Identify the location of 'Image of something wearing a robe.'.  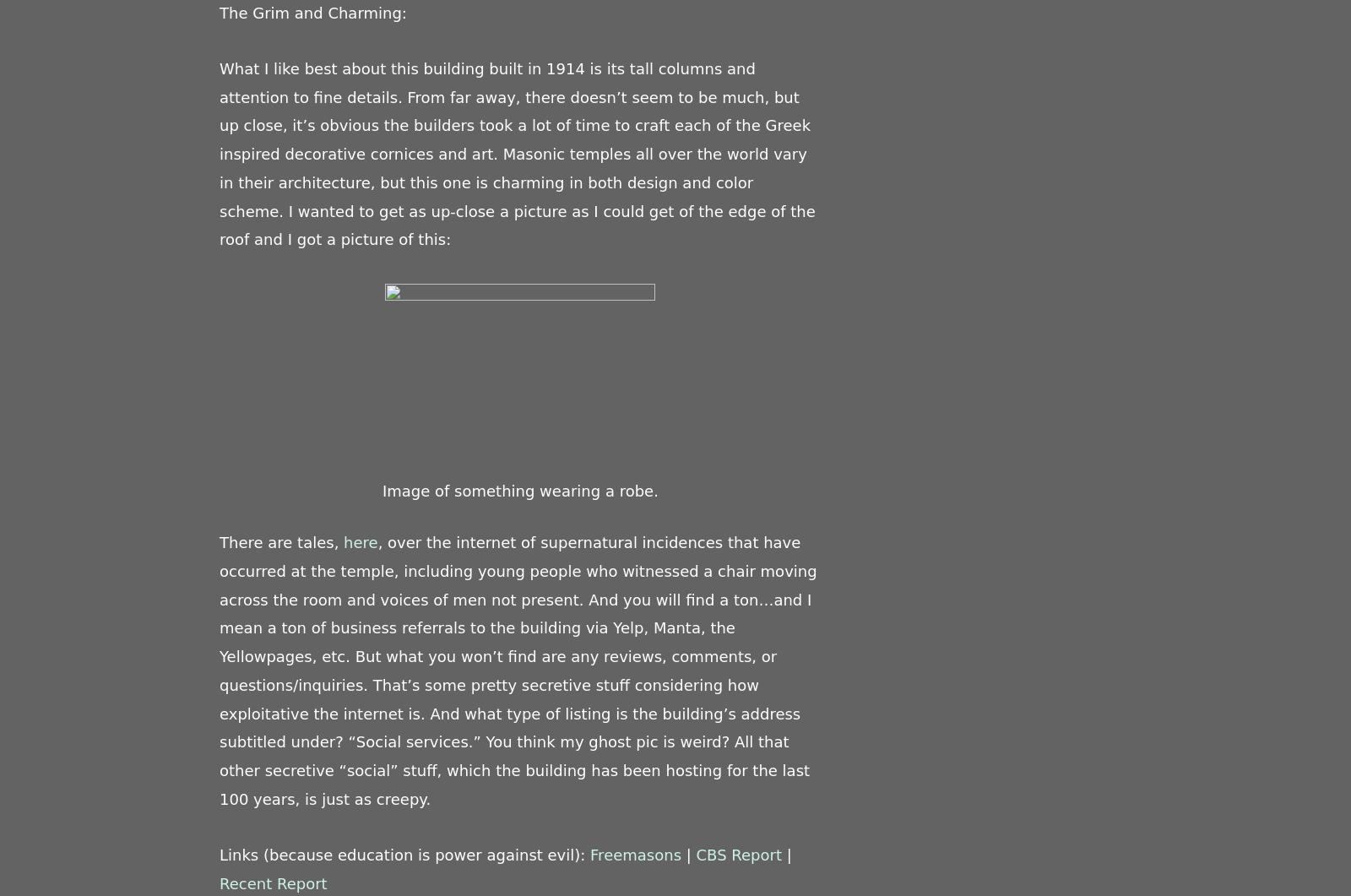
(519, 490).